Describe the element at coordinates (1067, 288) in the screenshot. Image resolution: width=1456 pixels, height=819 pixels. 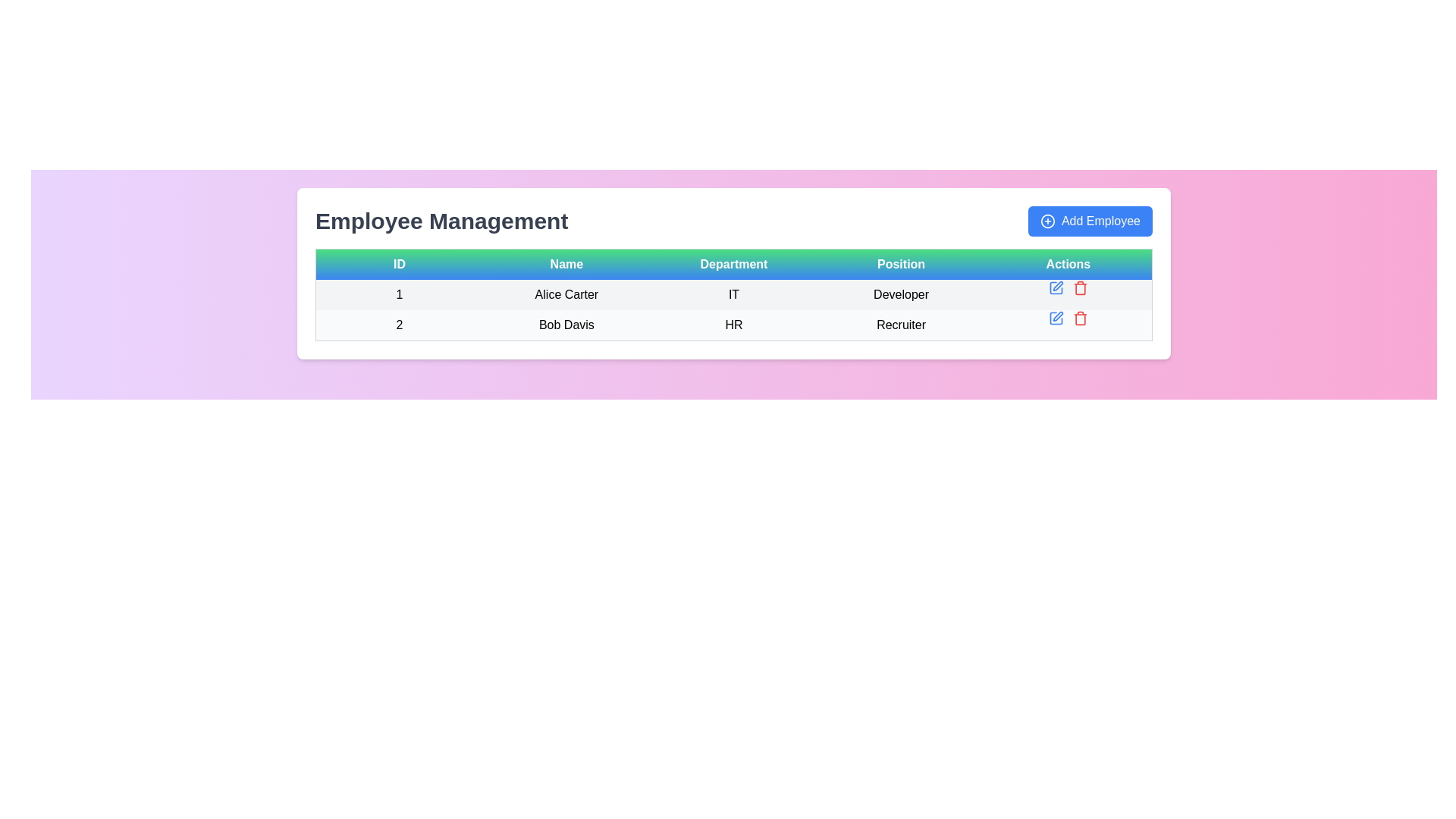
I see `the horizontal action bar located under the 'Actions' column for the 'Alice Carter' entry, which contains multiple action icons including a blue pencil for edit and a red trash can for delete` at that location.